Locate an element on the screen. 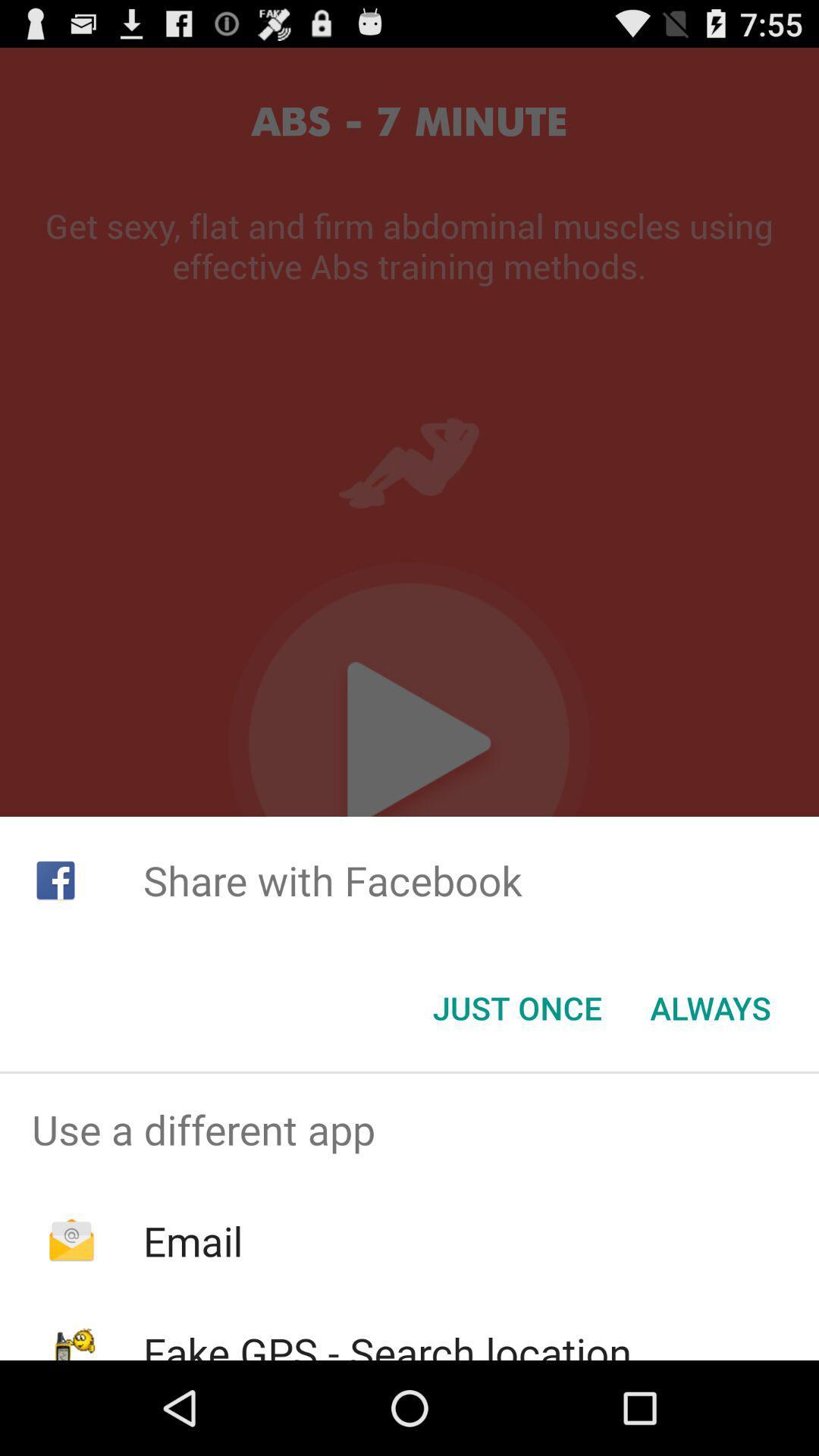  icon below the email icon is located at coordinates (387, 1342).